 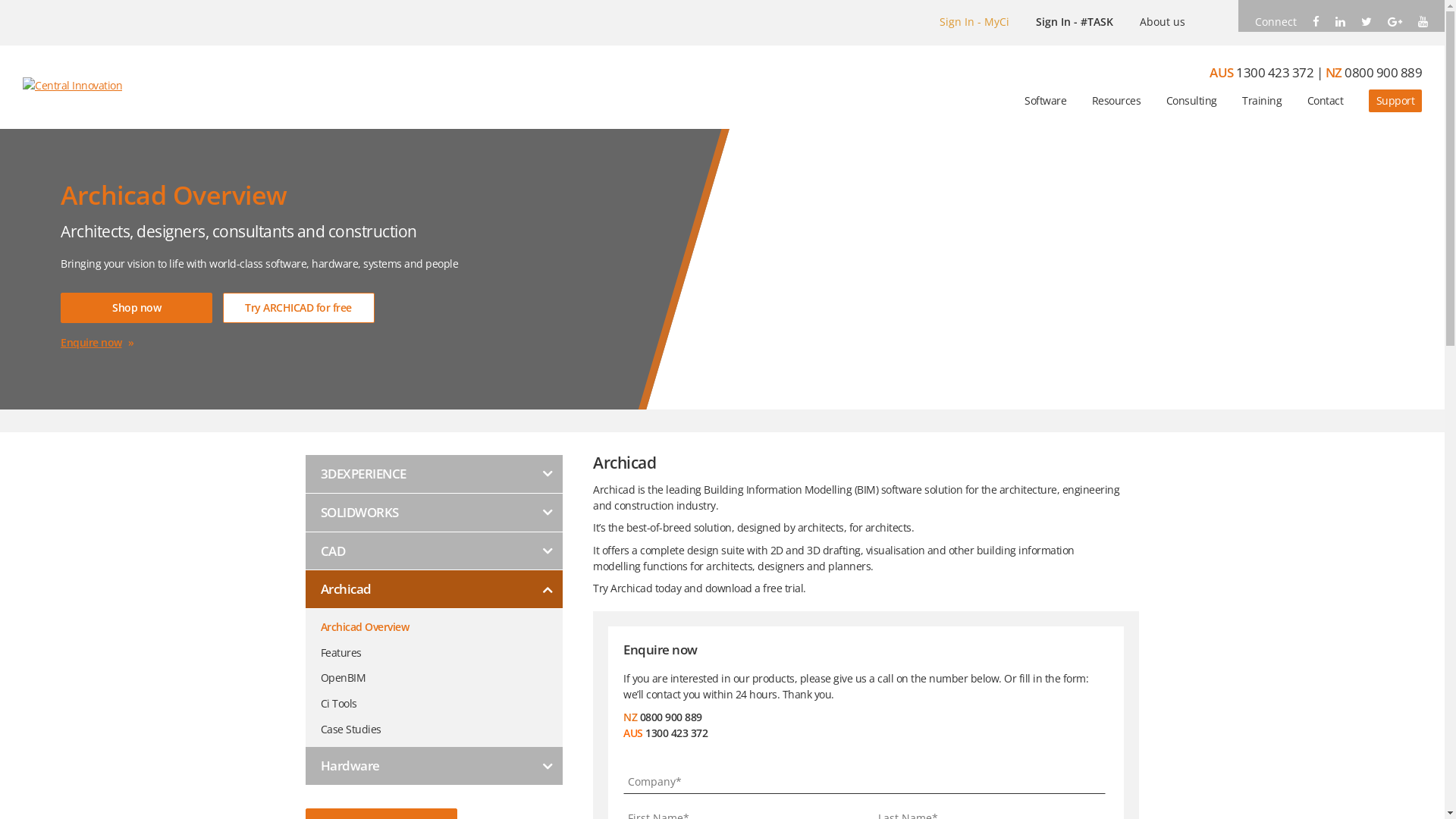 I want to click on 'Contact', so click(x=1324, y=100).